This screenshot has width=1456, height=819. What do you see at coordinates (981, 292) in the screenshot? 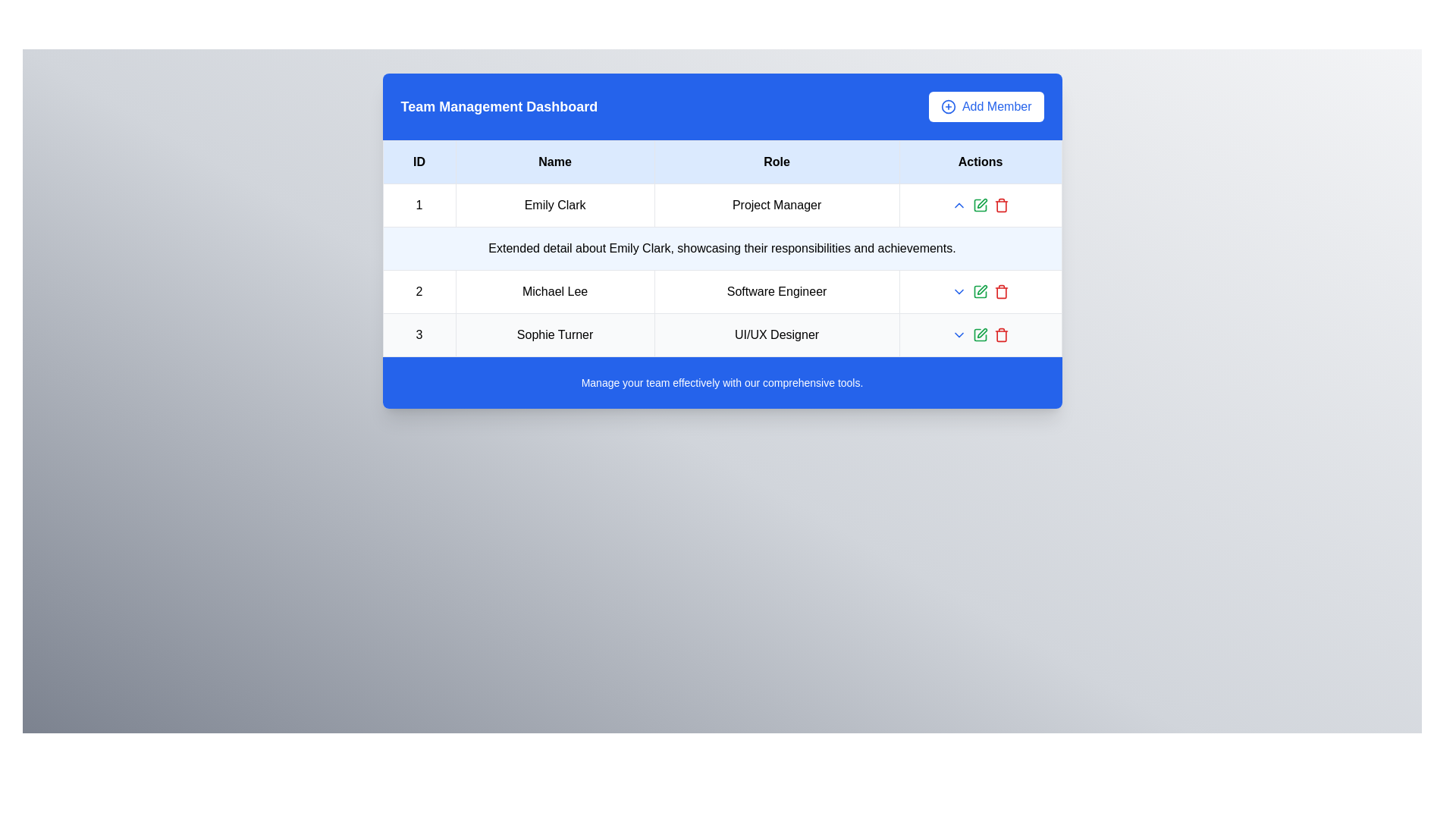
I see `the green pen icon button in the Actions column of the table's second row` at bounding box center [981, 292].